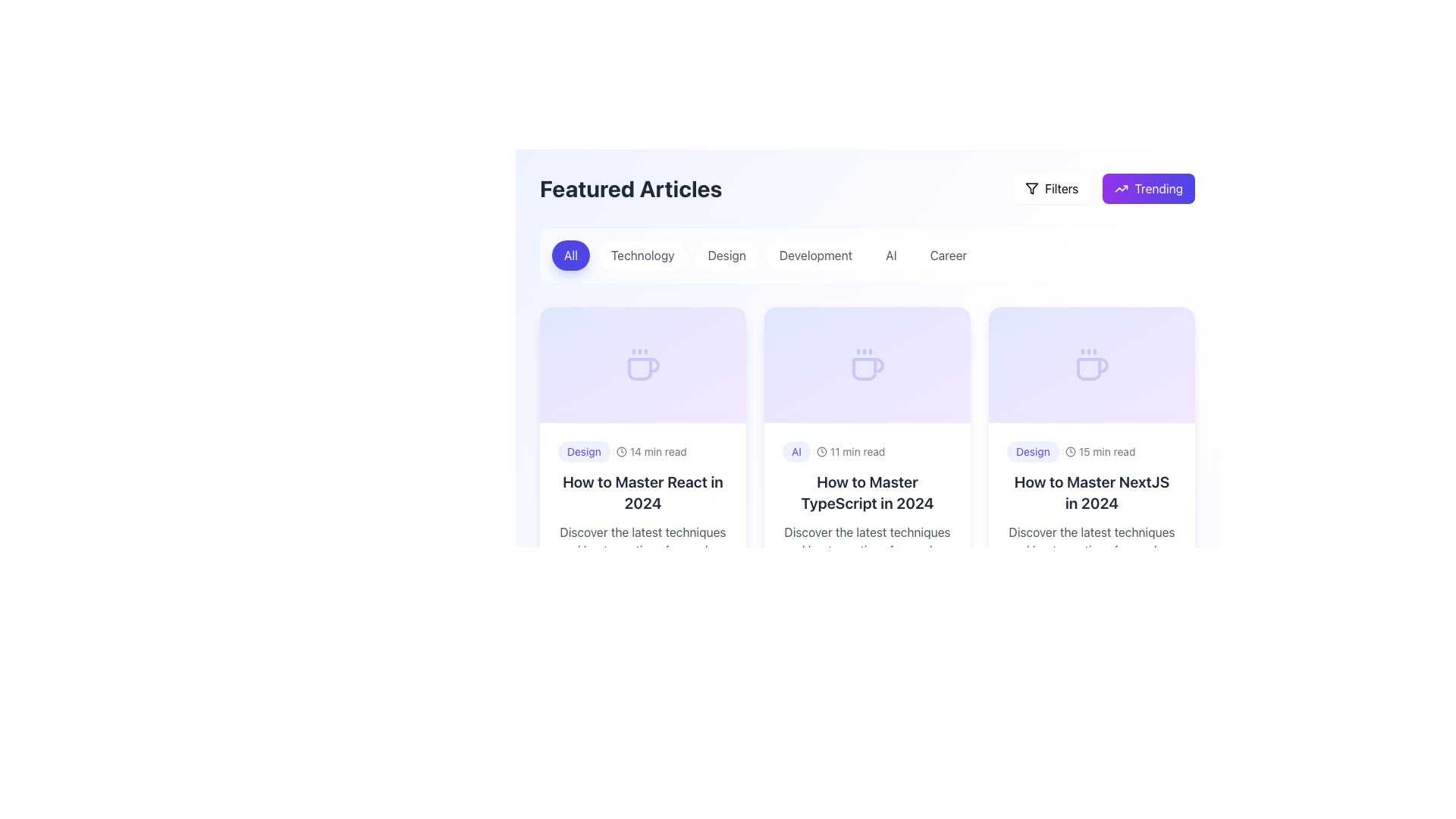  What do you see at coordinates (821, 451) in the screenshot?
I see `the circular outline of the clock icon located in the header section of each article card, which serves as the background for the reading duration feature` at bounding box center [821, 451].